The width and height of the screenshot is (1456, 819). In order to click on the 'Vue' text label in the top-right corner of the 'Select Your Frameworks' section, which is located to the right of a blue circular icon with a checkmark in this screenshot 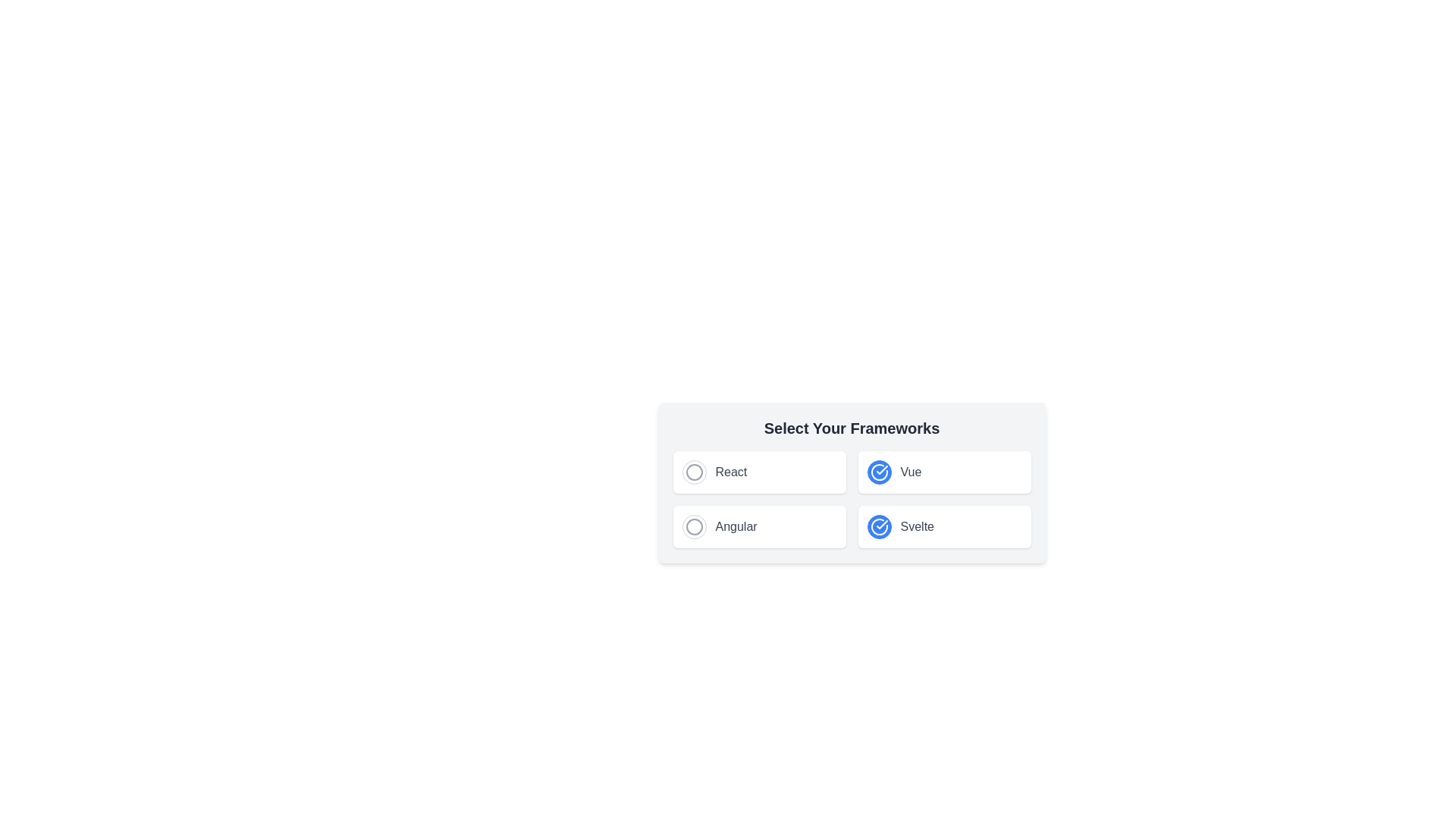, I will do `click(910, 472)`.